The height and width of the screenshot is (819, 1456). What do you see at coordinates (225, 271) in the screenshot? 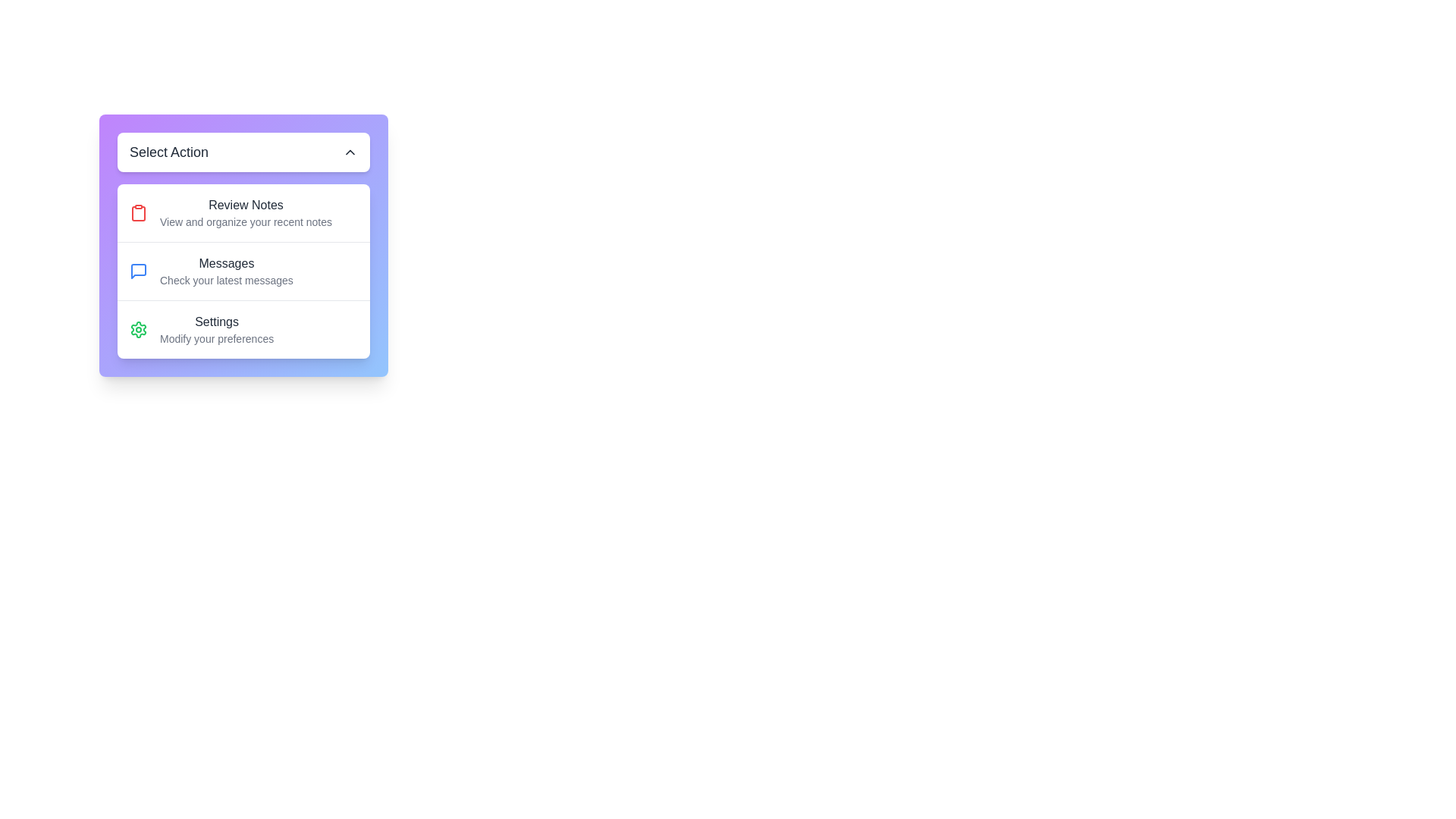
I see `the textual heading located below the 'Review Notes' section and above the 'Settings' section` at bounding box center [225, 271].